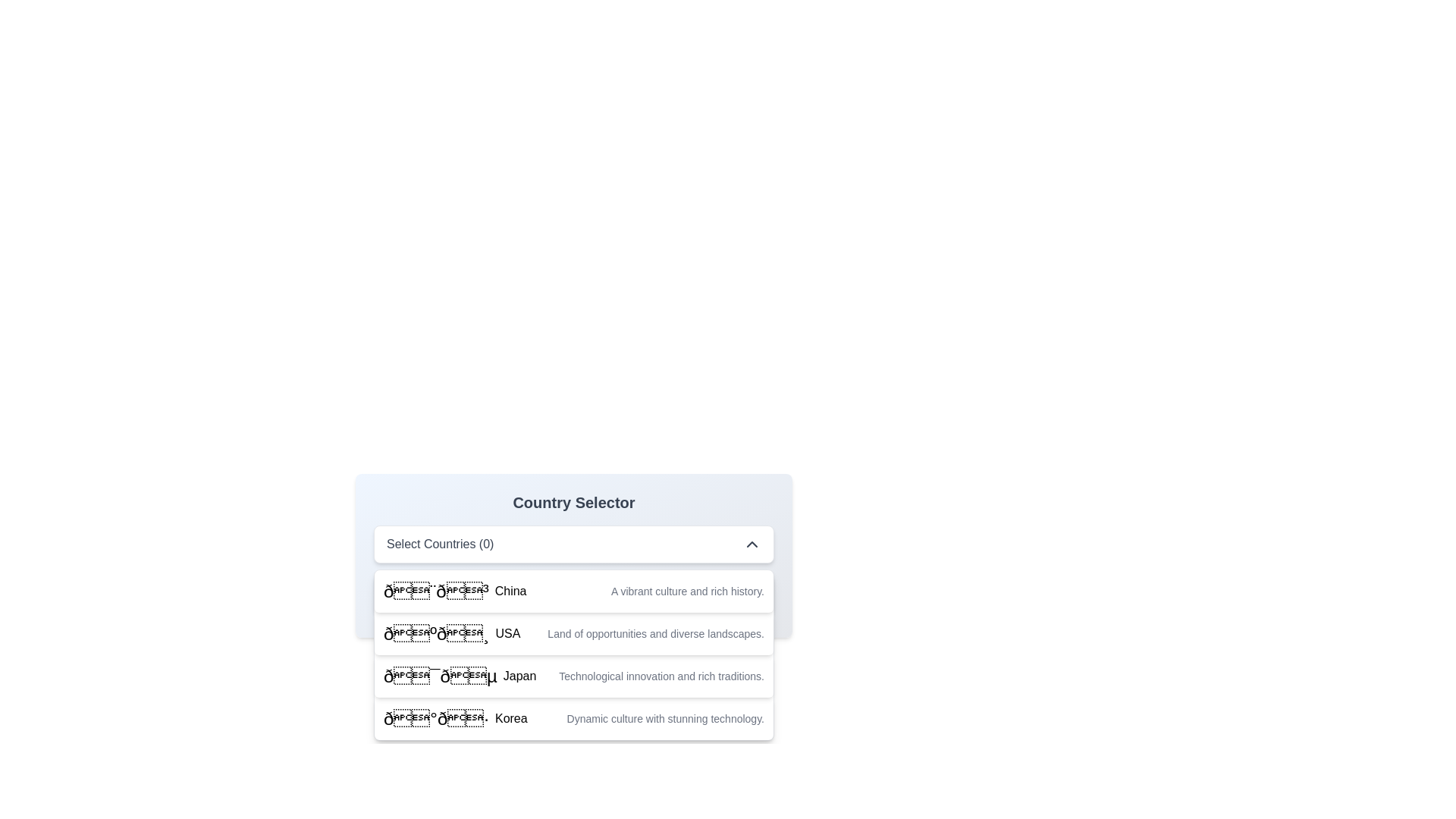  I want to click on the Text label containing the emoji flag symbol and the text 'Japan', so click(459, 675).